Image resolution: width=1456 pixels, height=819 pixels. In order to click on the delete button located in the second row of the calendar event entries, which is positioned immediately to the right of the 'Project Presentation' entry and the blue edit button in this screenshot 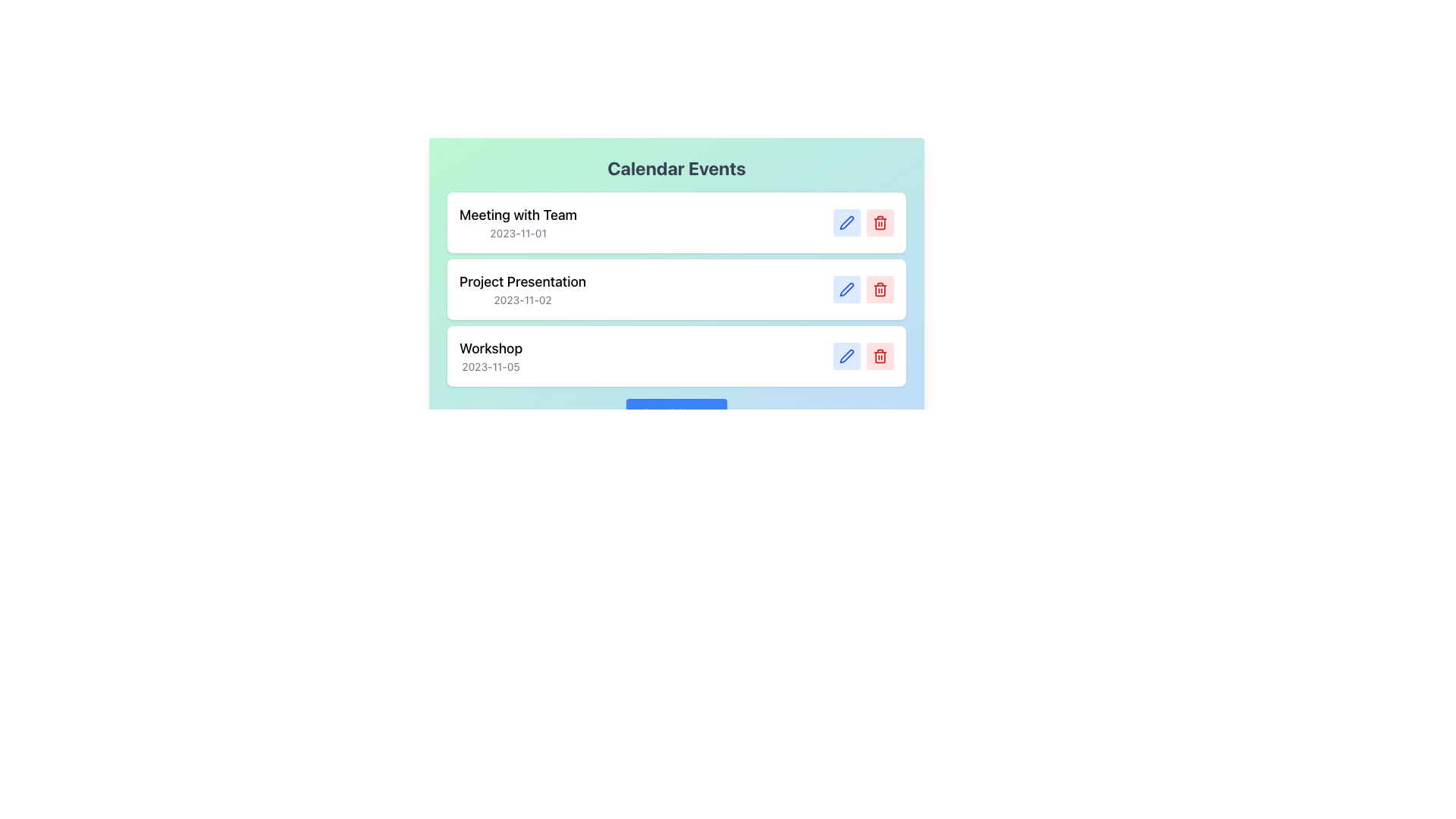, I will do `click(880, 289)`.